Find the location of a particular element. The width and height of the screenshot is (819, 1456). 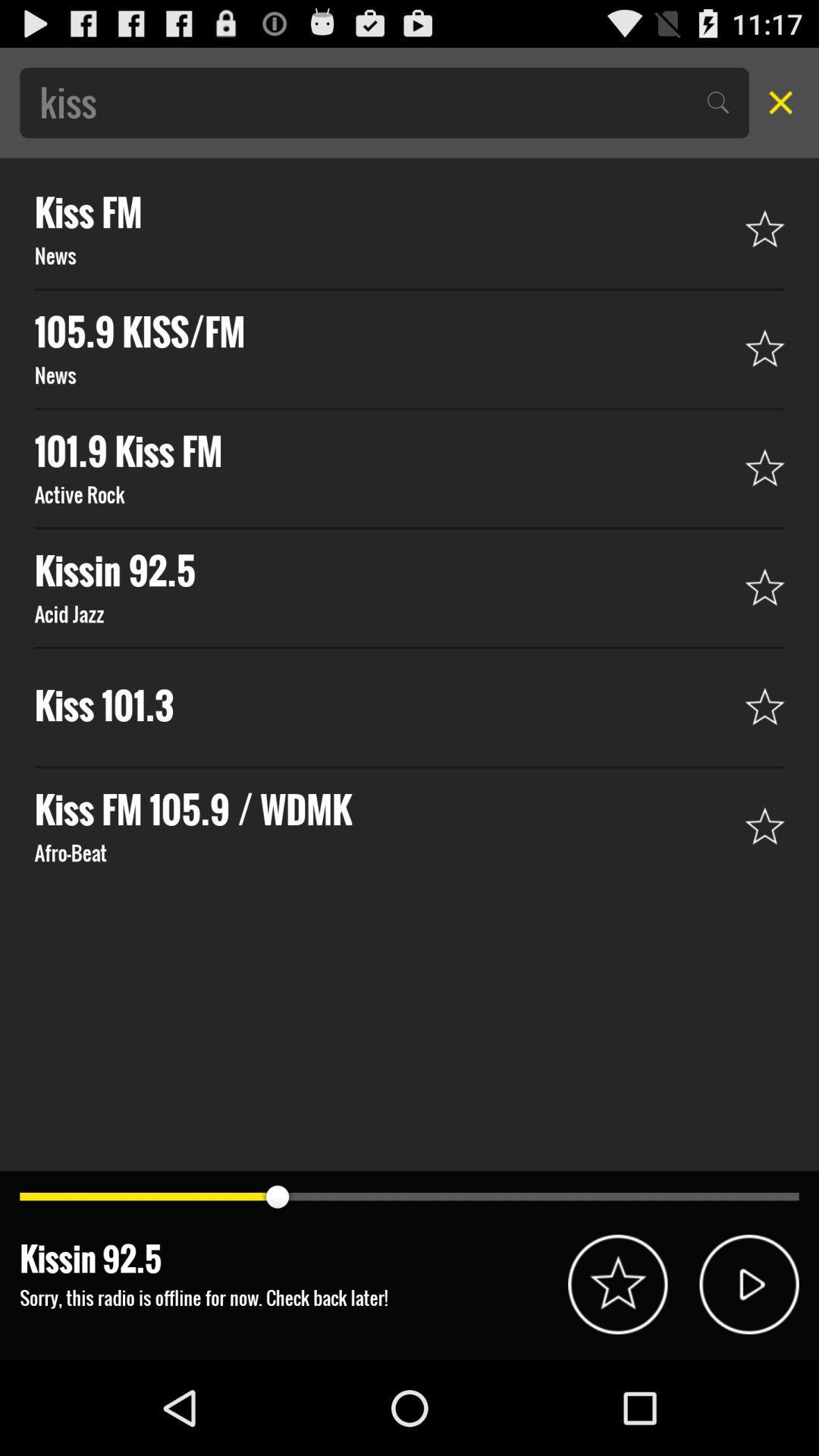

music is located at coordinates (748, 1283).